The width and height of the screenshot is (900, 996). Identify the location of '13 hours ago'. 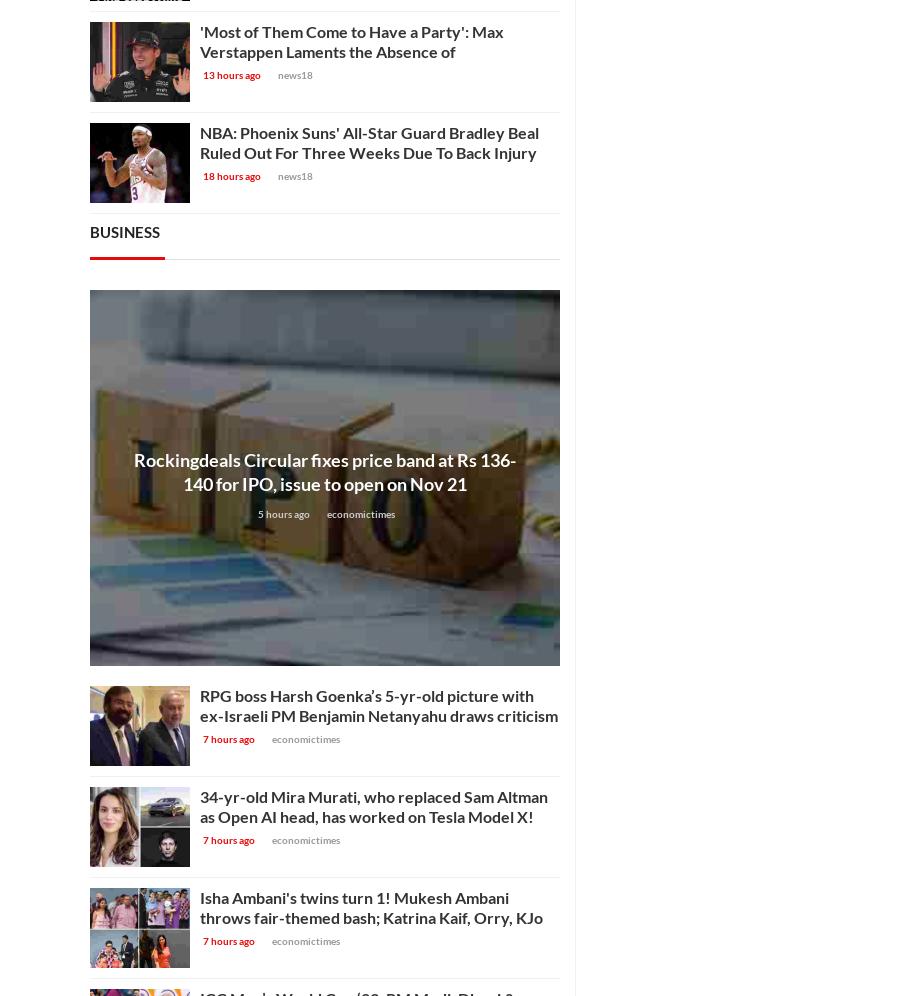
(231, 73).